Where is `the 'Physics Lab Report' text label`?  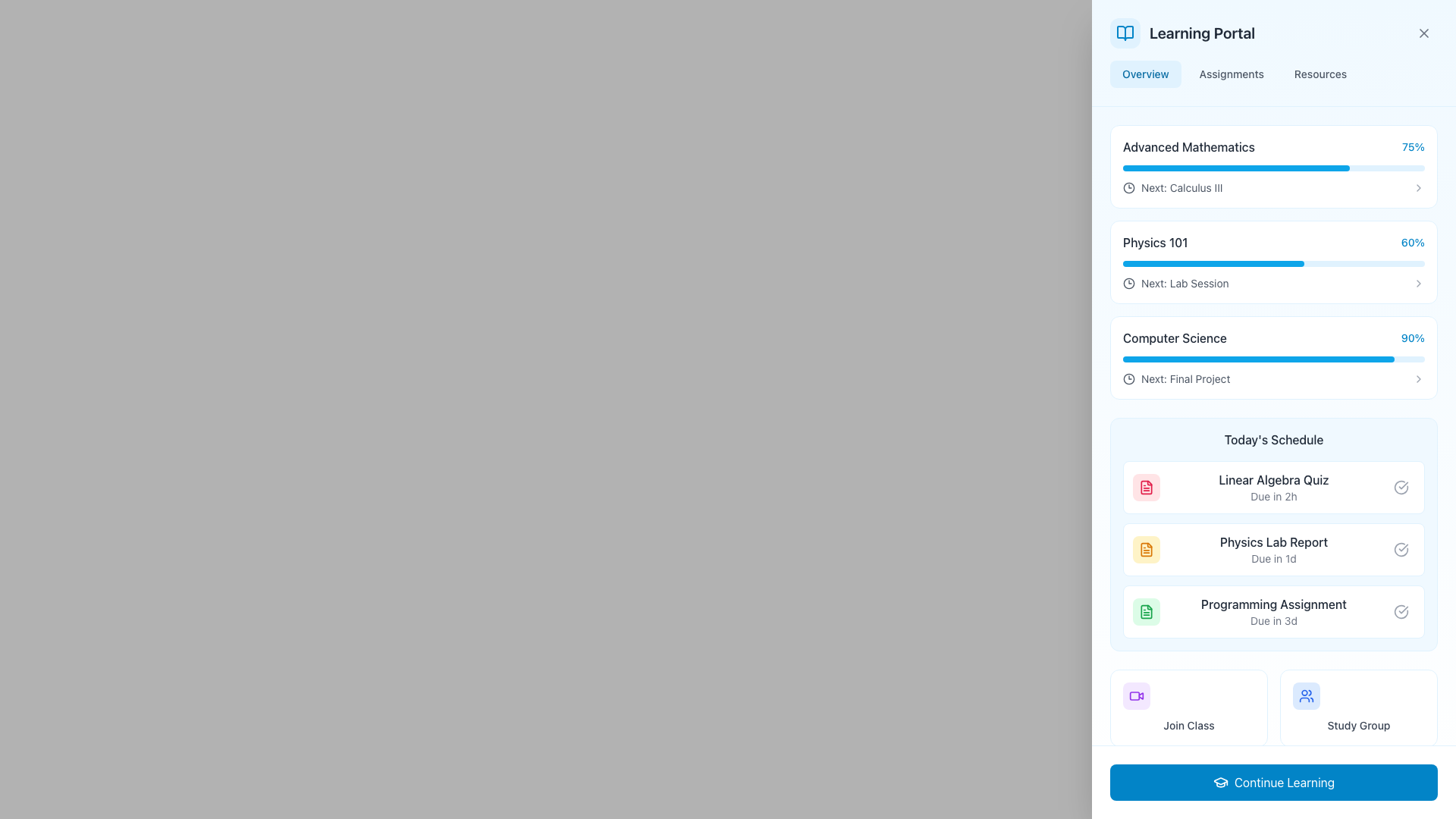 the 'Physics Lab Report' text label is located at coordinates (1274, 541).